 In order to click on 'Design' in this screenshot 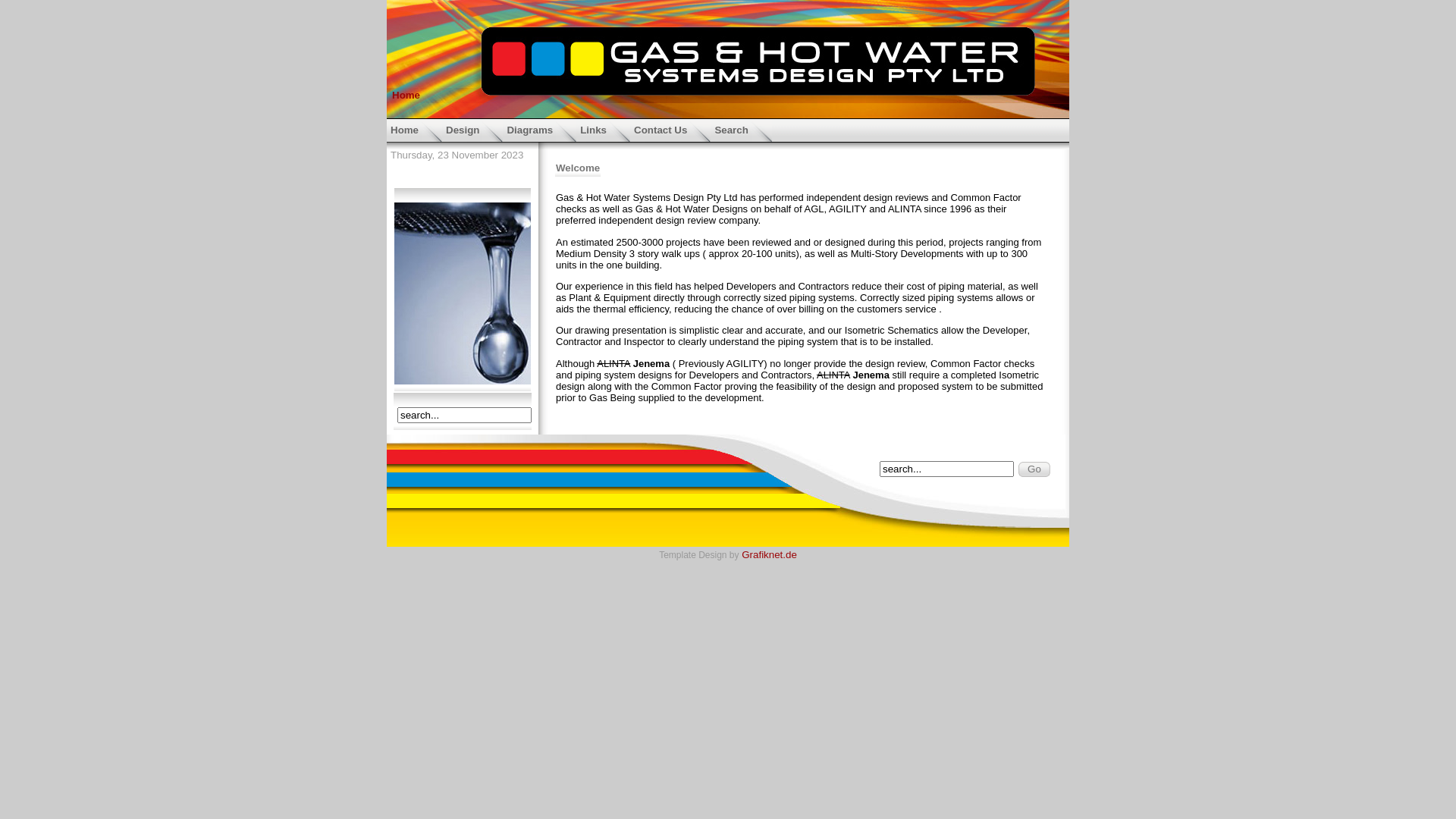, I will do `click(472, 129)`.